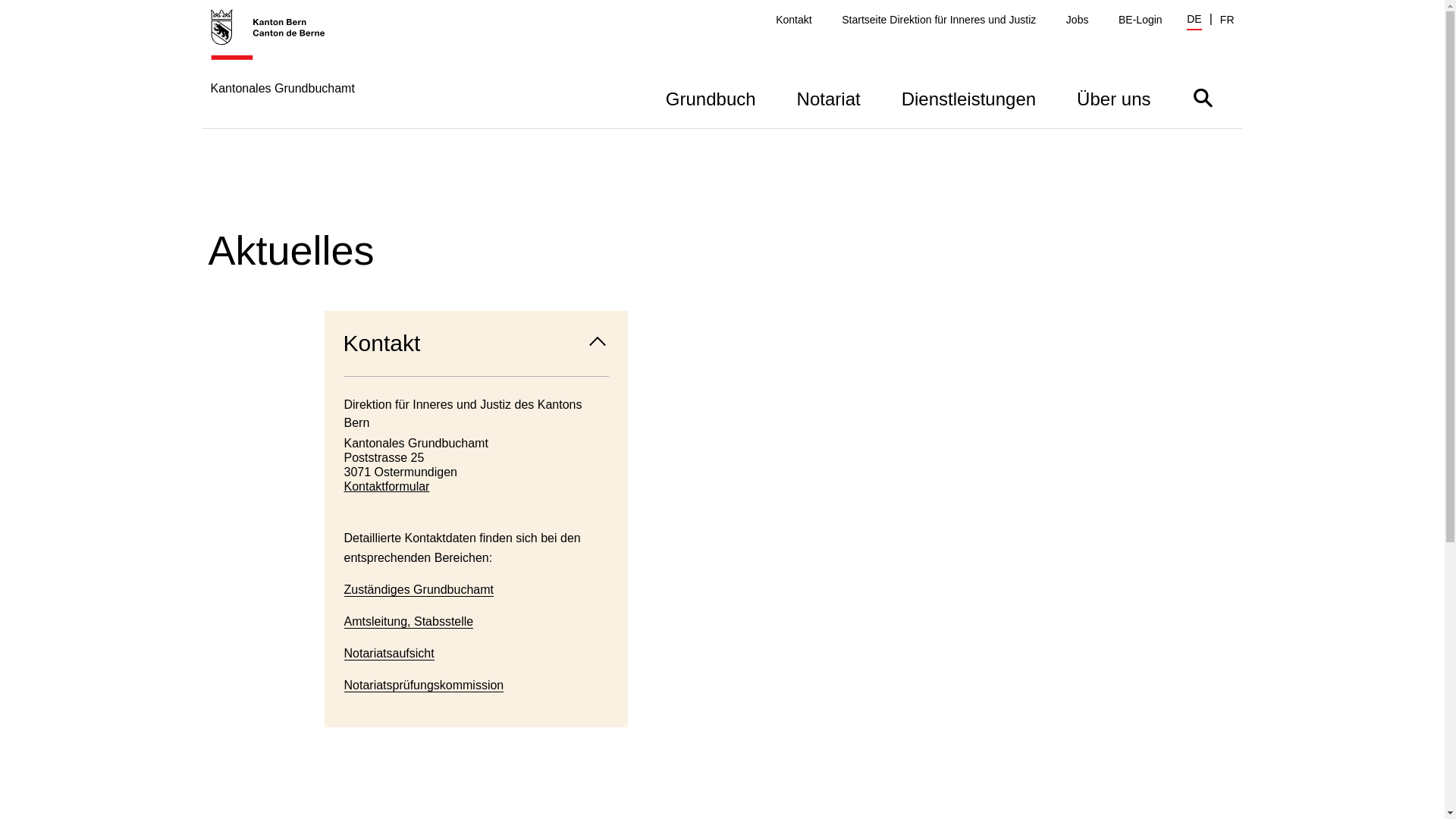  Describe the element at coordinates (828, 97) in the screenshot. I see `'Notariat'` at that location.